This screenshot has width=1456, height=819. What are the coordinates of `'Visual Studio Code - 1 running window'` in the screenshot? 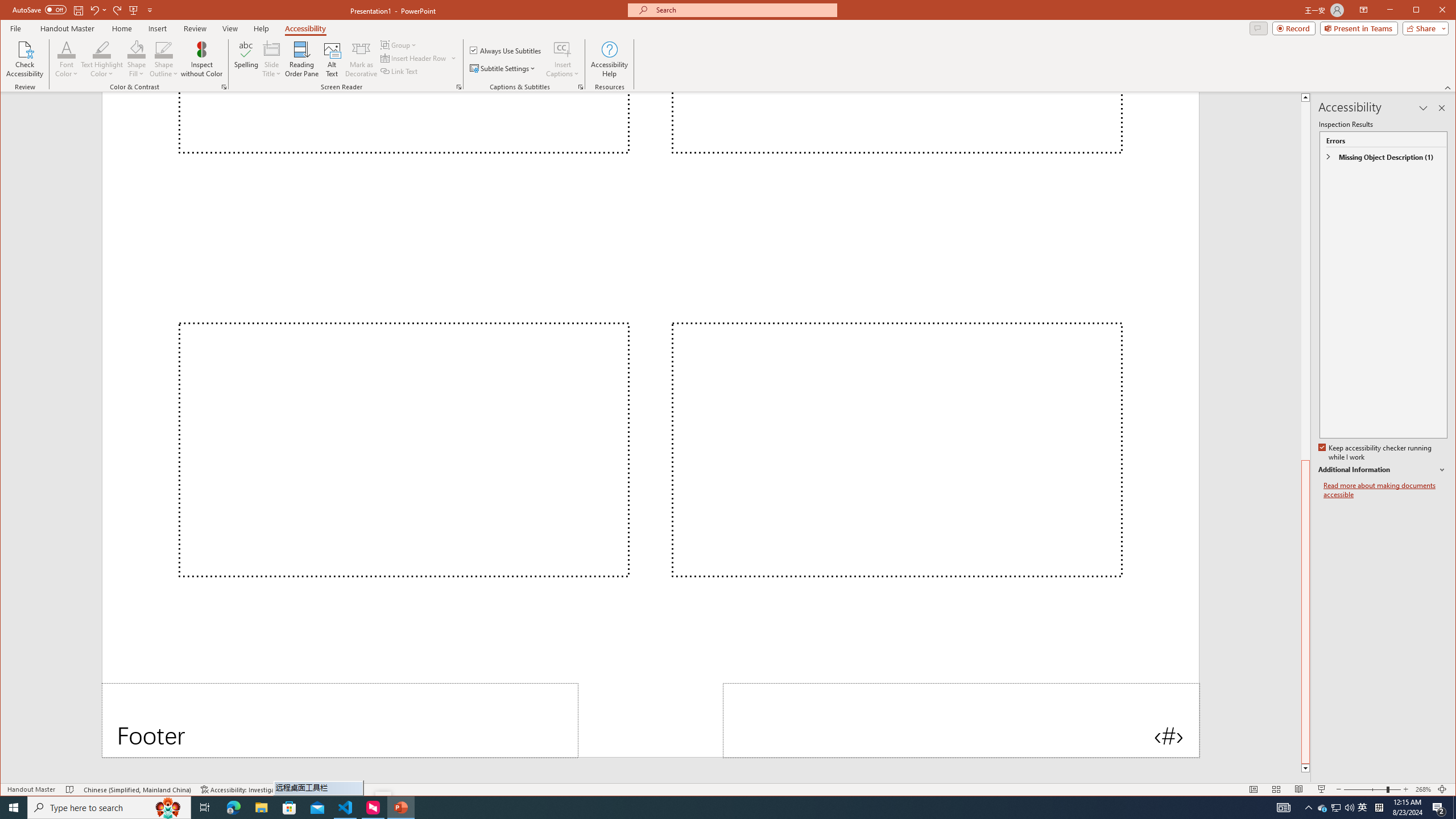 It's located at (345, 806).